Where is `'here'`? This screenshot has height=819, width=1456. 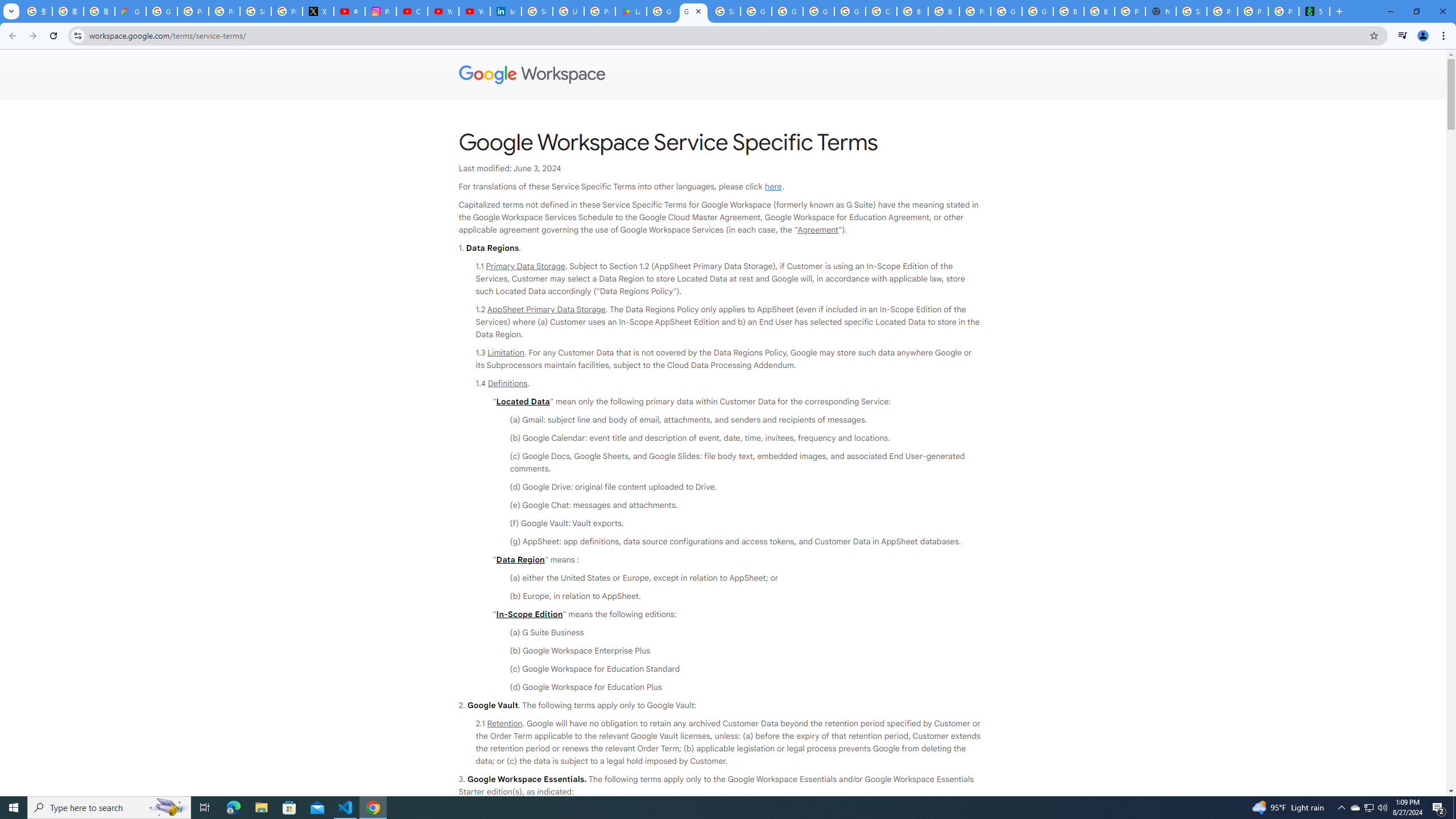 'here' is located at coordinates (772, 187).